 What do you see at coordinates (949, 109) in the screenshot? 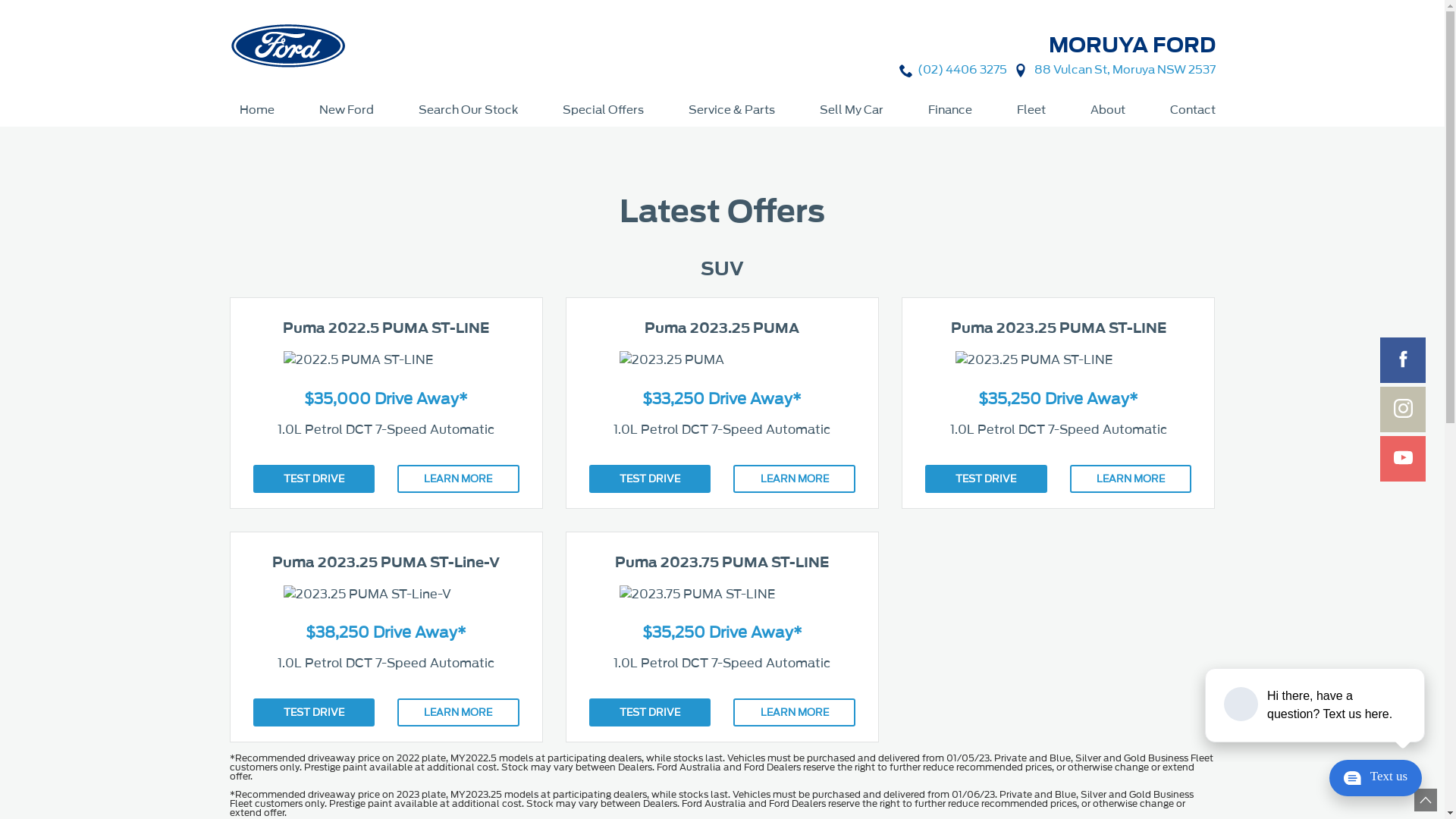
I see `'Finance'` at bounding box center [949, 109].